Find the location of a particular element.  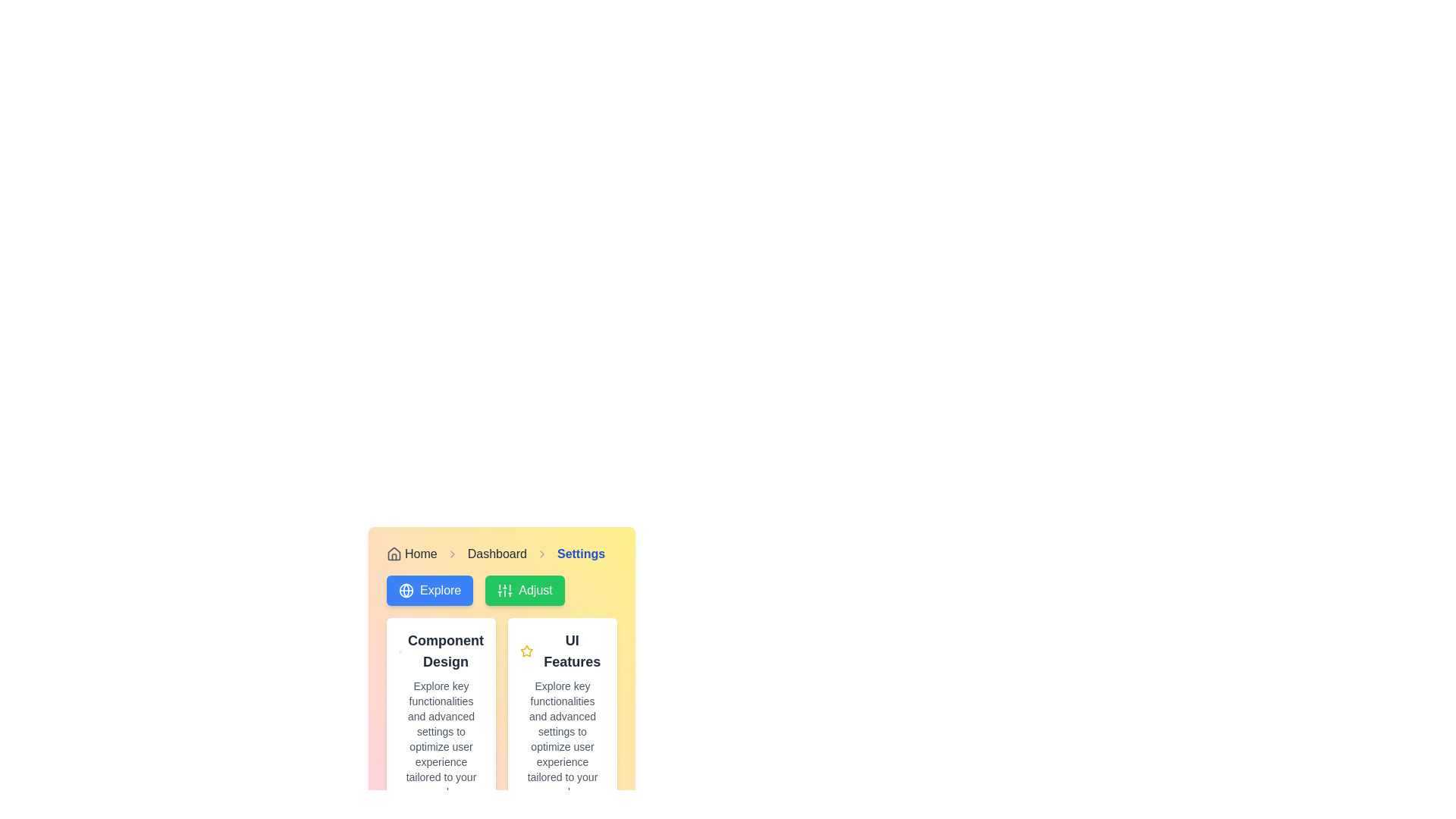

the globe icon element, which is part of the graphical representation indicating global settings or exploration, positioned near the top-left area of the UI is located at coordinates (406, 590).